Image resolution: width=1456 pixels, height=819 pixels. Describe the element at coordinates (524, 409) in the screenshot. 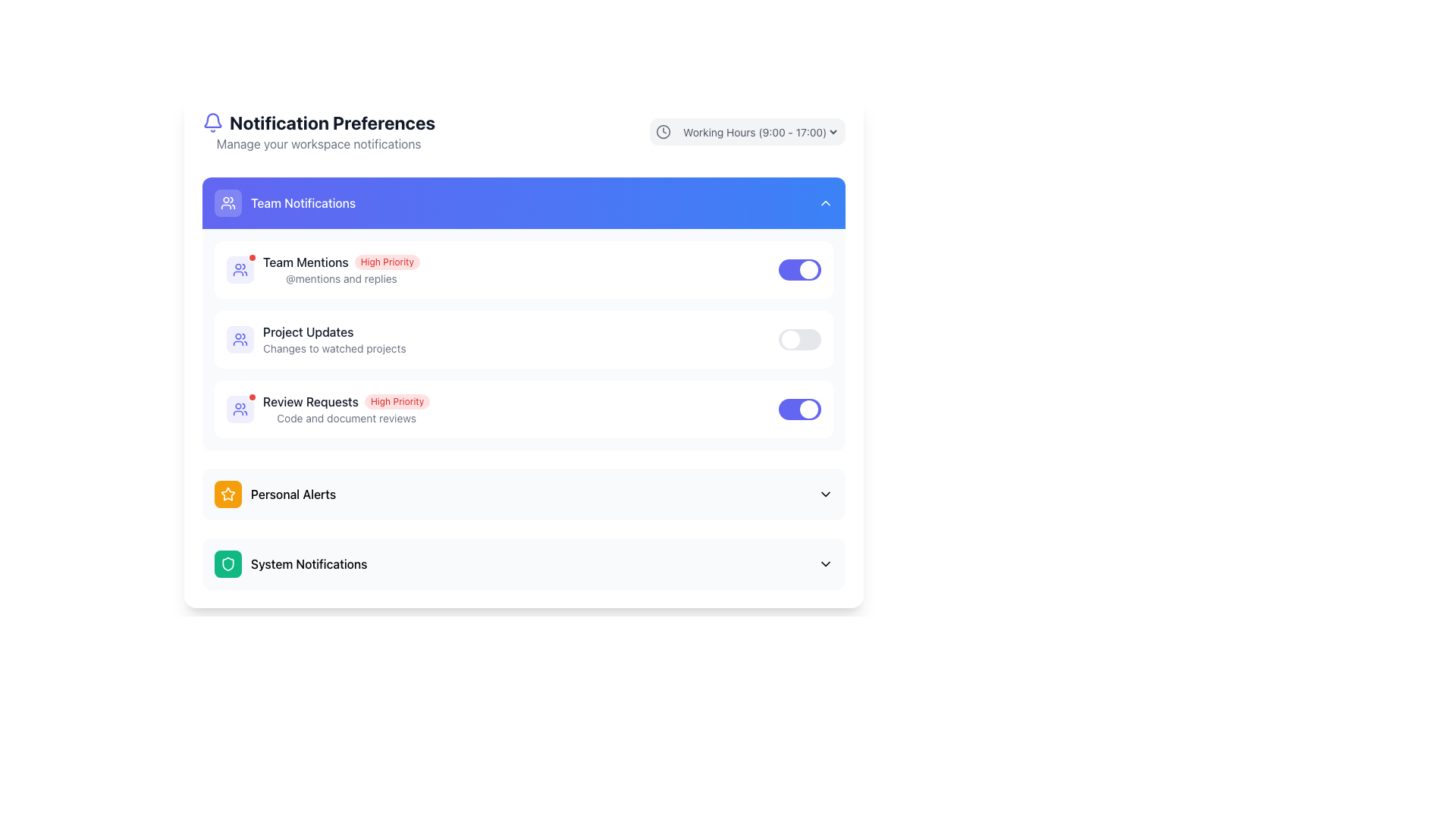

I see `the interactive toggle for the 'Review Requests' notification preference, which is the third entry under the 'Team Notifications' section` at that location.